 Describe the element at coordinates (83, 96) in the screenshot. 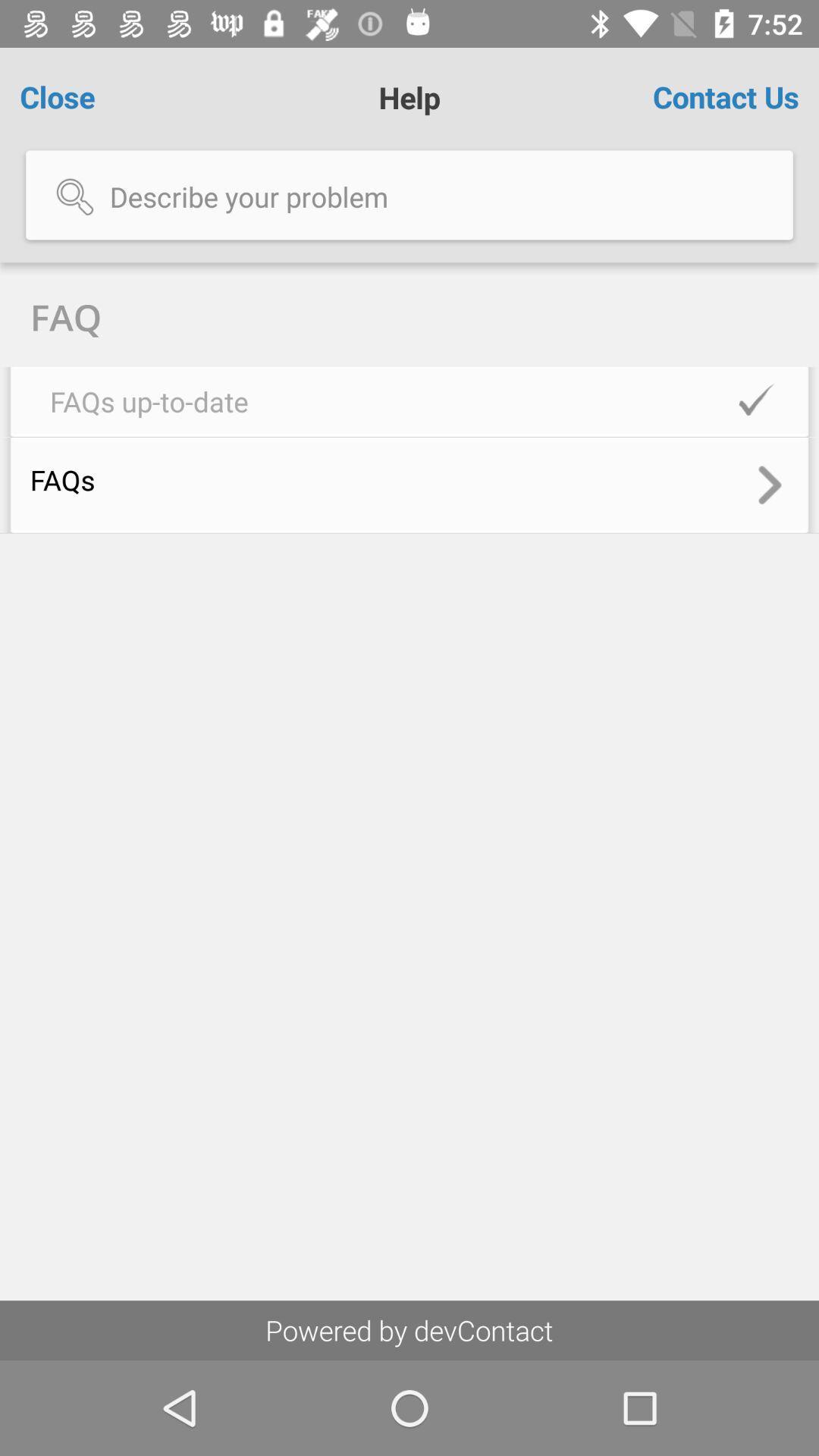

I see `the button which is on the left of help` at that location.